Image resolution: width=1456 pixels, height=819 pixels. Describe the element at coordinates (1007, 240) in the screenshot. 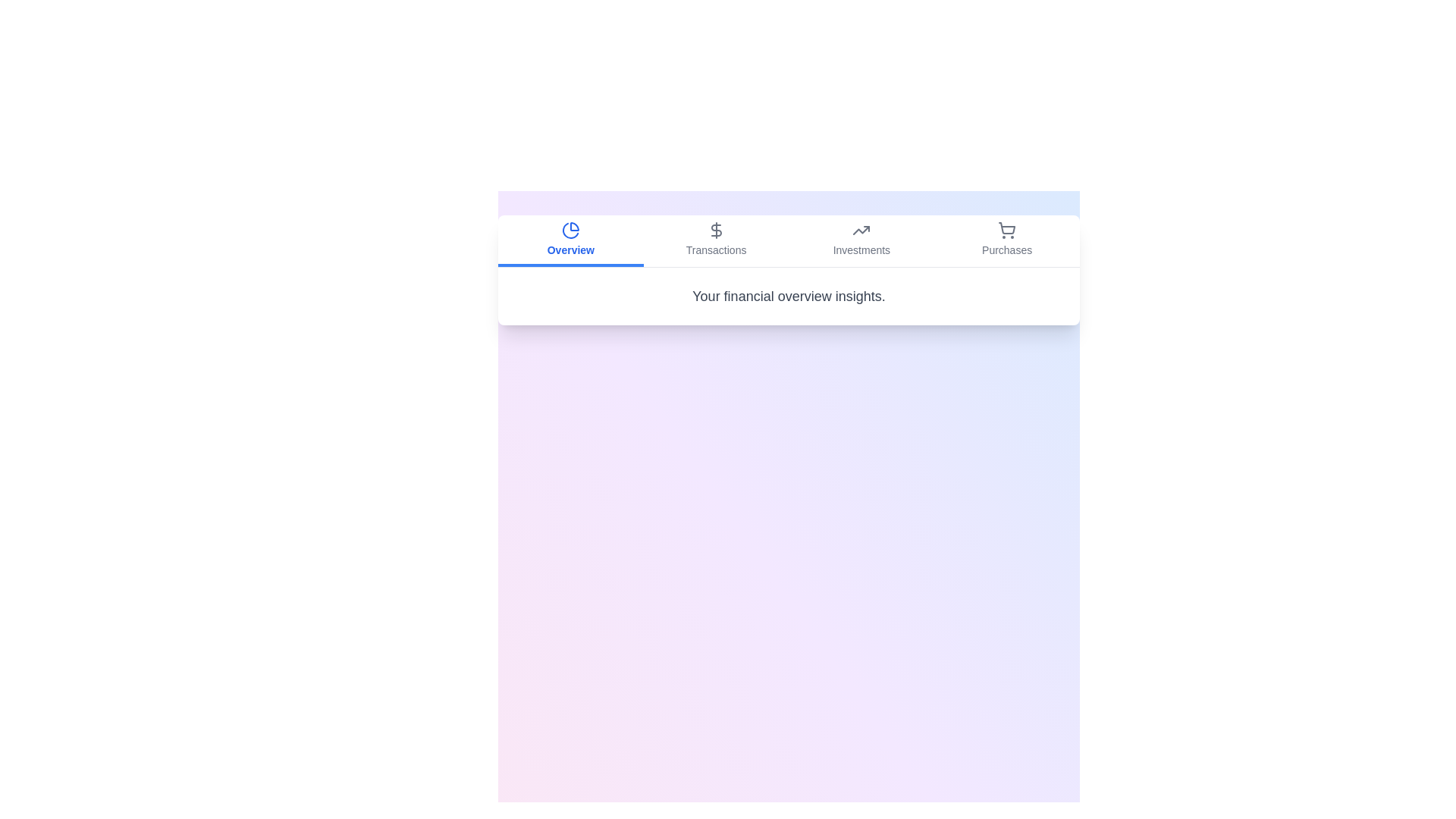

I see `the Purchases tab by clicking on it` at that location.